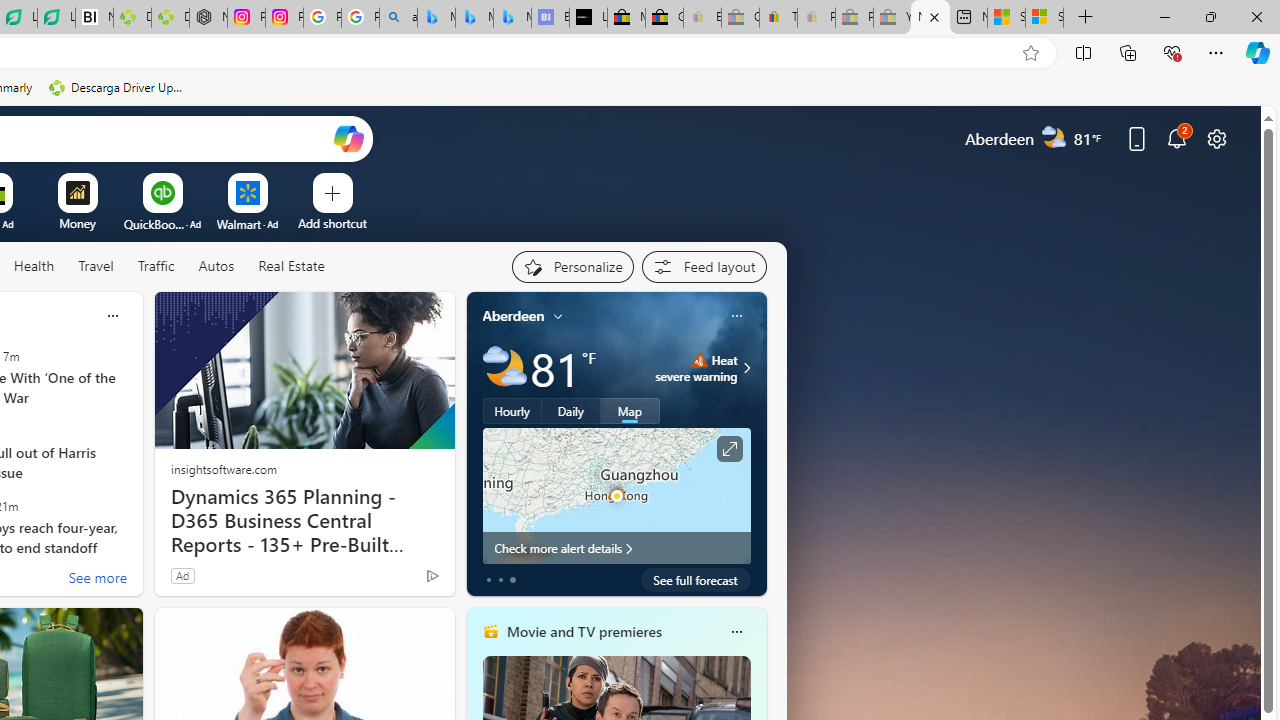 The height and width of the screenshot is (720, 1280). I want to click on 'Descarga Driver Updater', so click(117, 87).